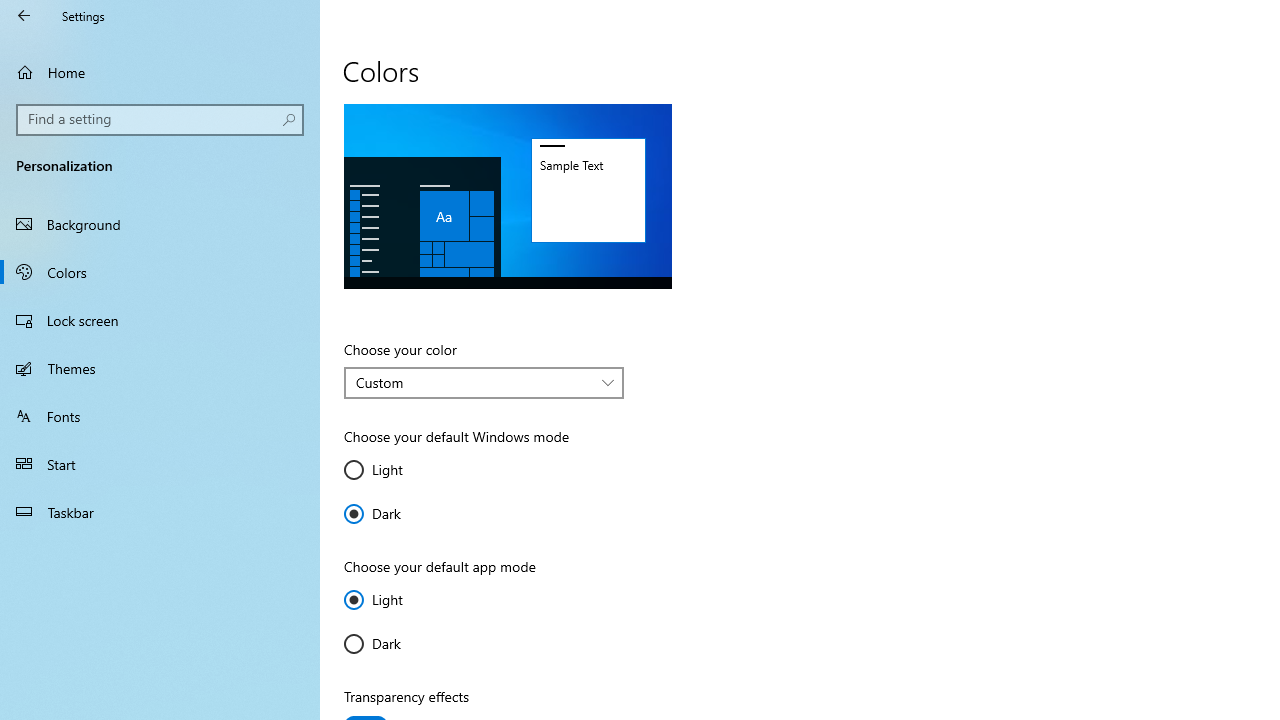  What do you see at coordinates (160, 510) in the screenshot?
I see `'Taskbar'` at bounding box center [160, 510].